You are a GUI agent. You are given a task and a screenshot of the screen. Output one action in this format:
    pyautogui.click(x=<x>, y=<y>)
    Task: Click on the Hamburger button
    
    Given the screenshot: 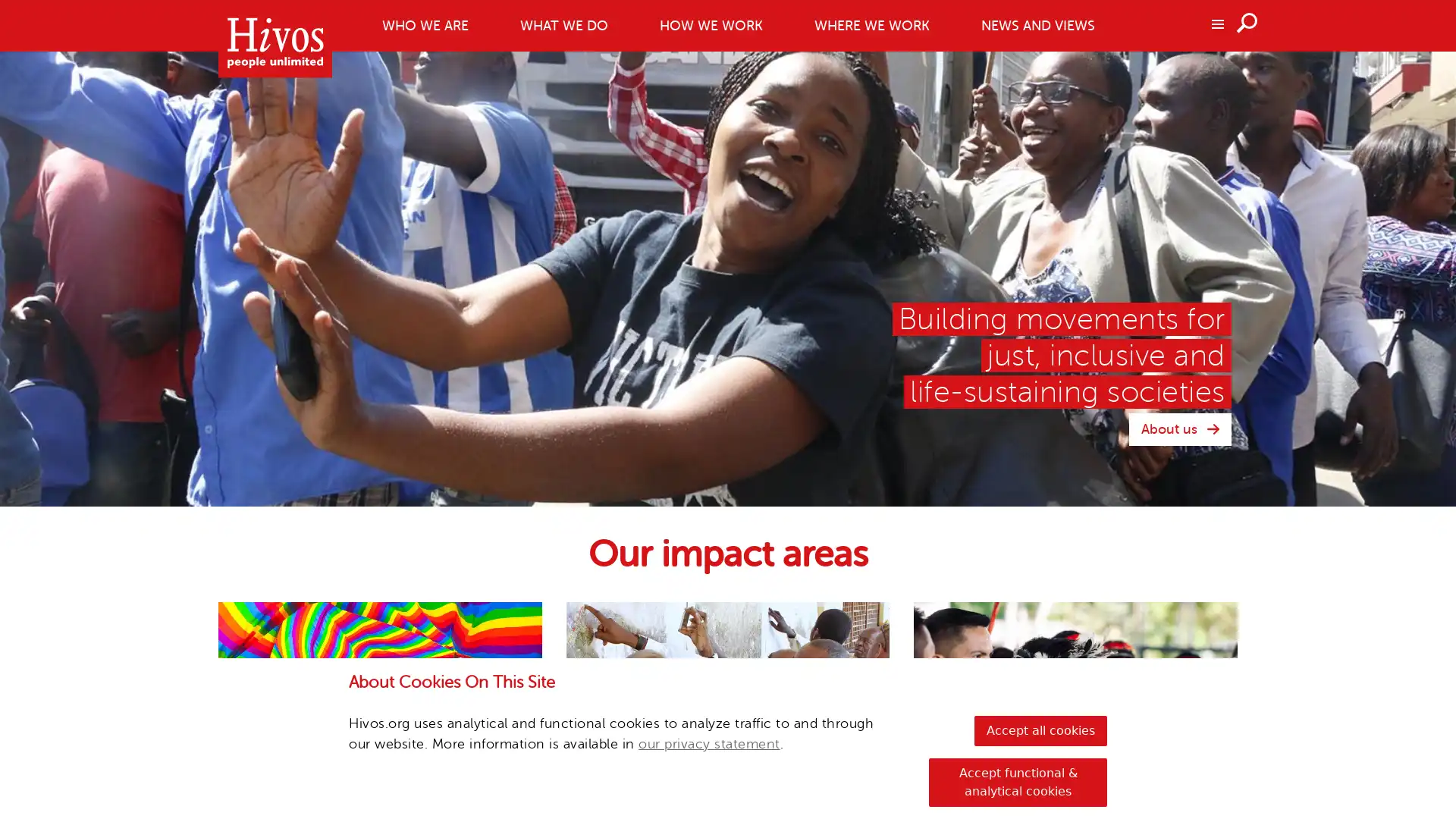 What is the action you would take?
    pyautogui.click(x=1216, y=23)
    